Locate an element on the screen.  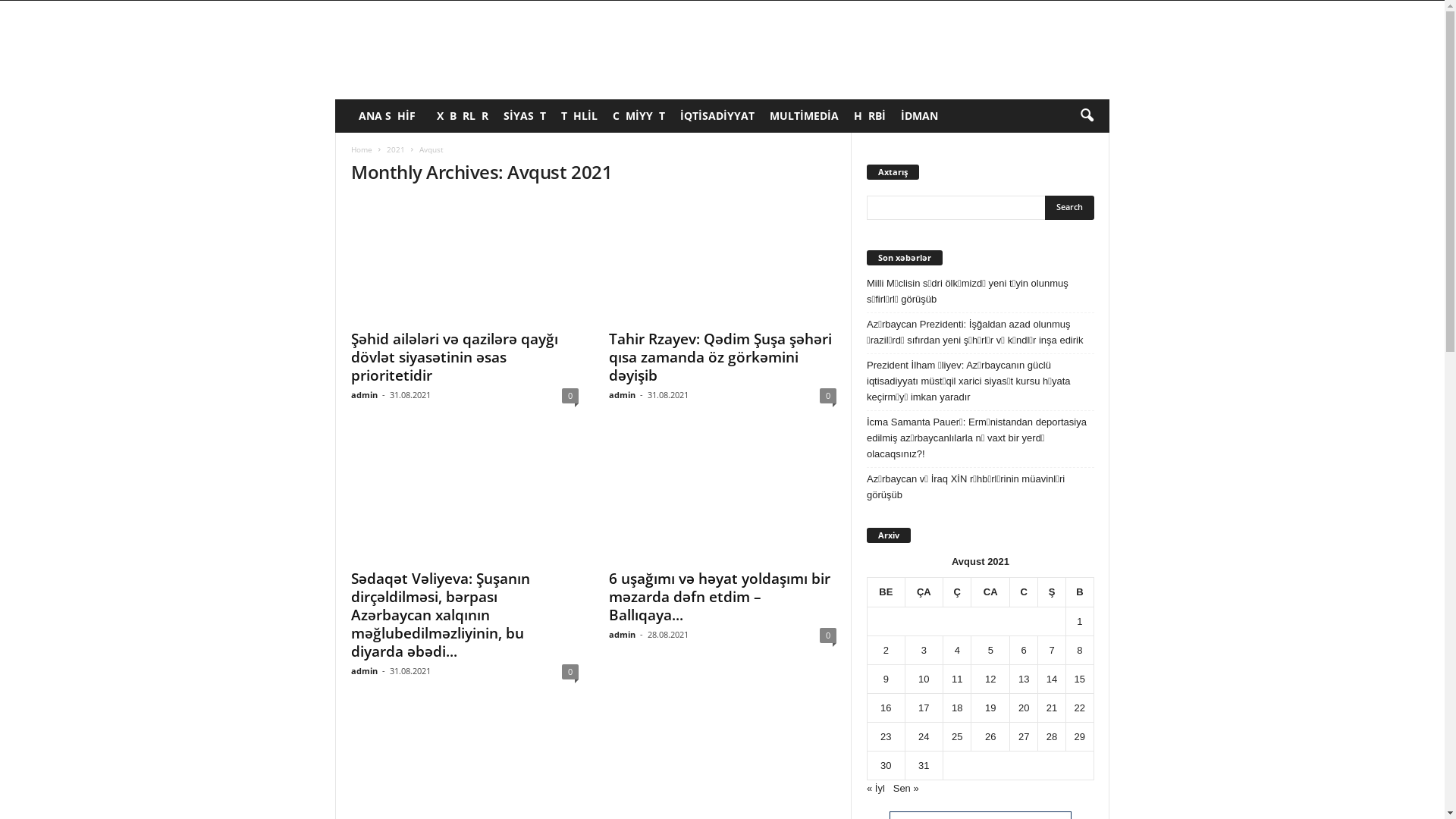
'Search' is located at coordinates (1068, 207).